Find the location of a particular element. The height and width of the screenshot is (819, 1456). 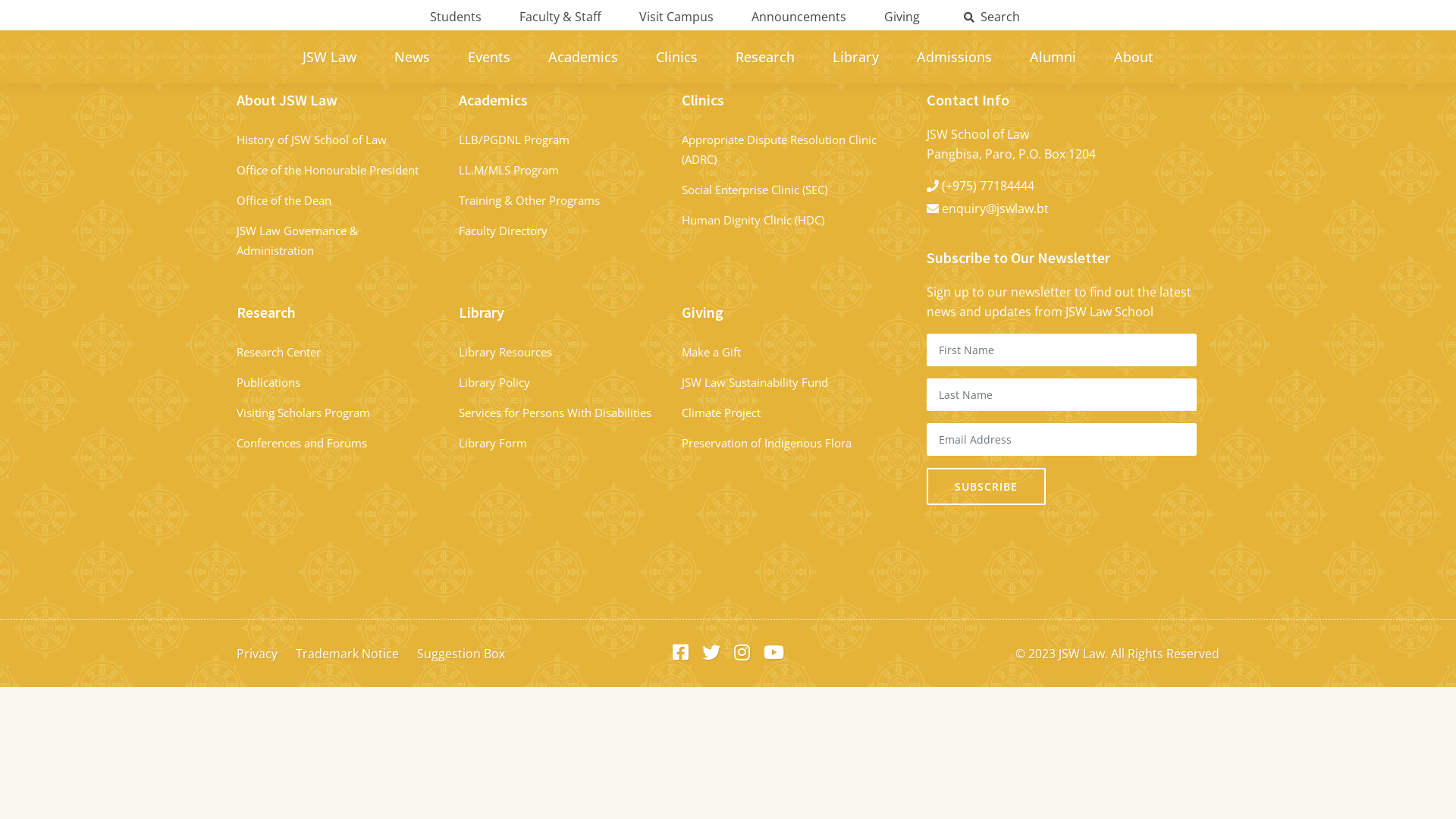

'JSW Law Sustainability Fund' is located at coordinates (680, 381).